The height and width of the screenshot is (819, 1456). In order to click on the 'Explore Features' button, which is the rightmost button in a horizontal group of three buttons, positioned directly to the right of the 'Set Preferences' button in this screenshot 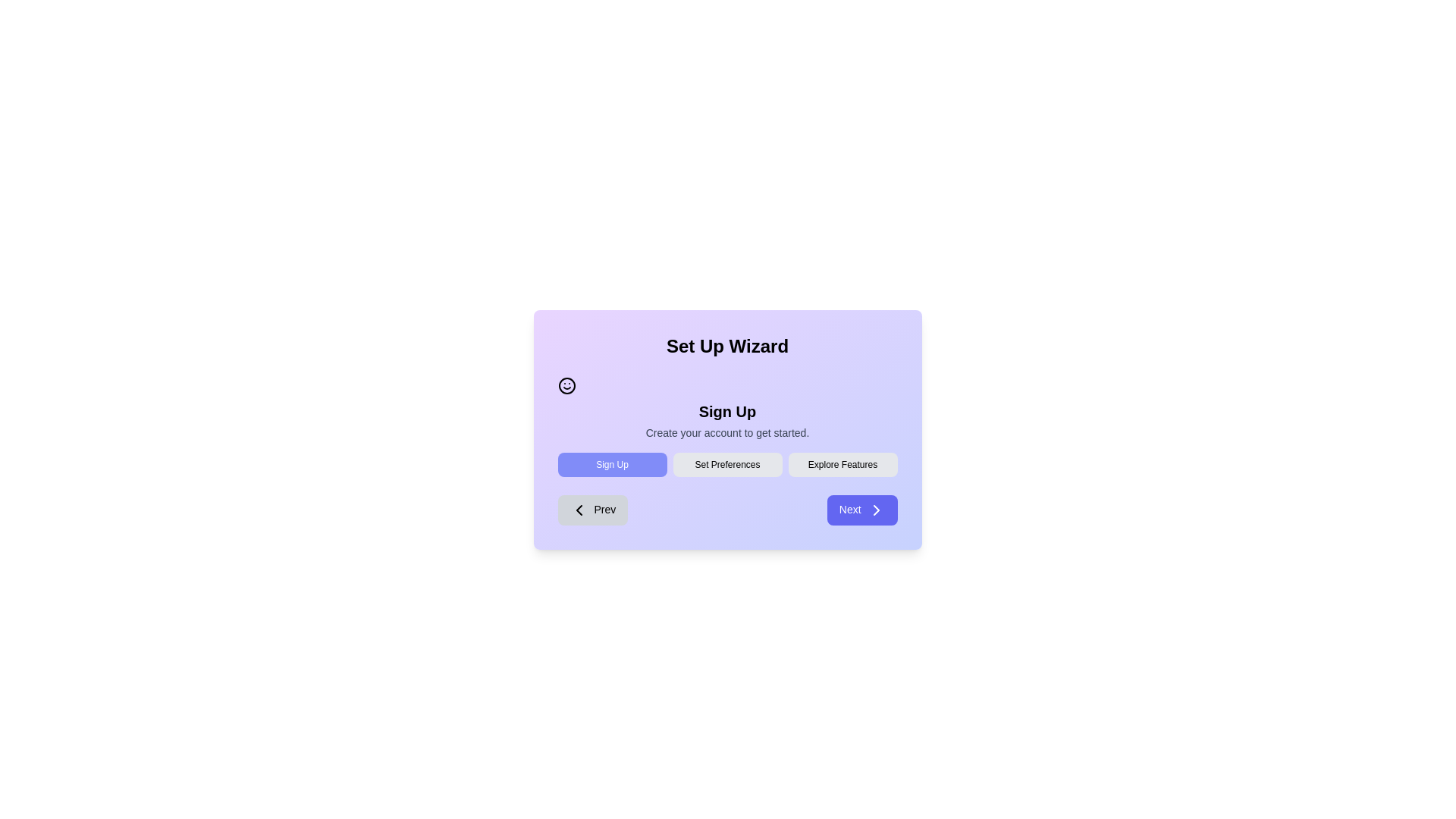, I will do `click(842, 464)`.